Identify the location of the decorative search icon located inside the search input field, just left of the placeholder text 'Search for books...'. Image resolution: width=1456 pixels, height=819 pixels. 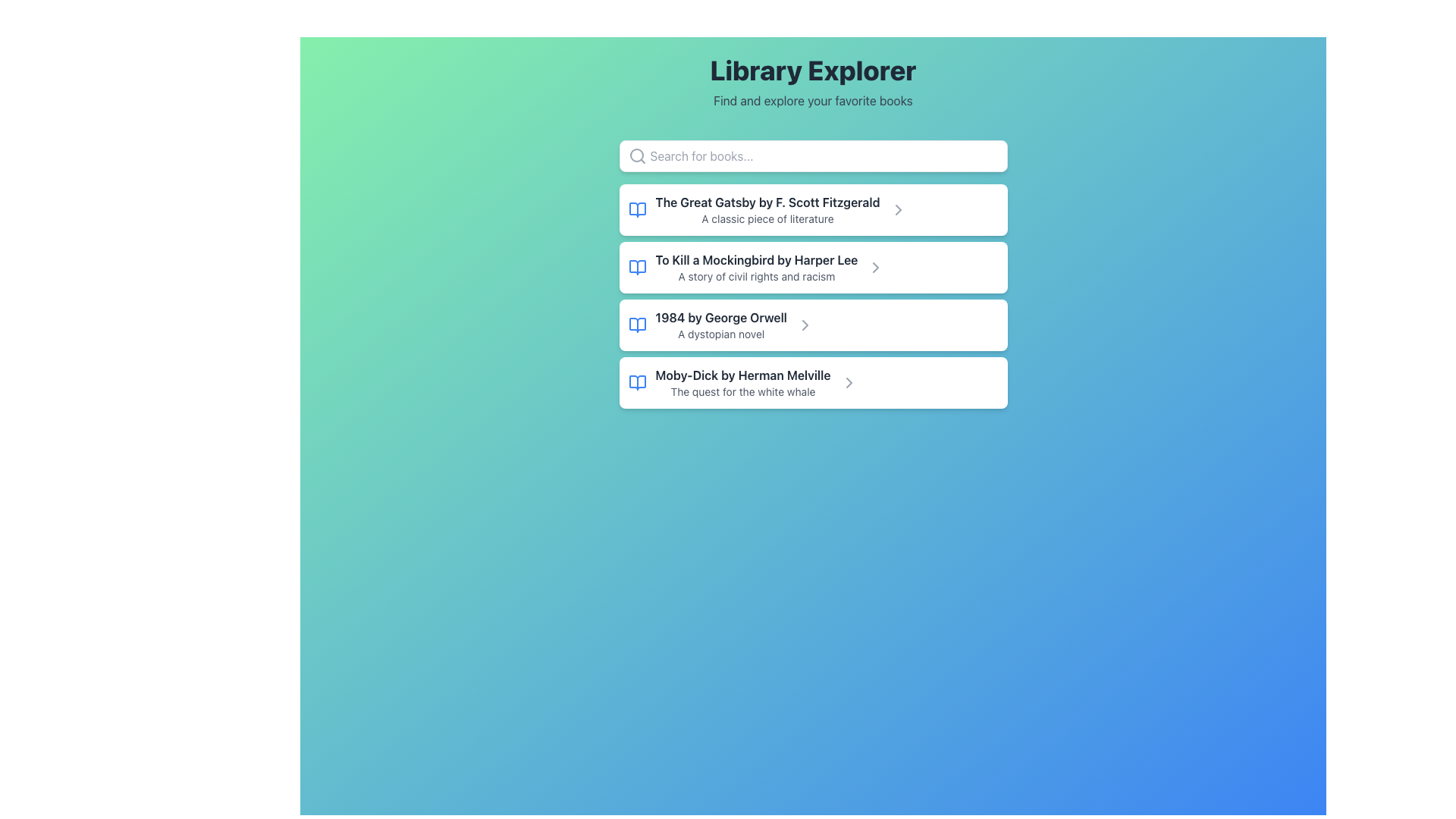
(637, 155).